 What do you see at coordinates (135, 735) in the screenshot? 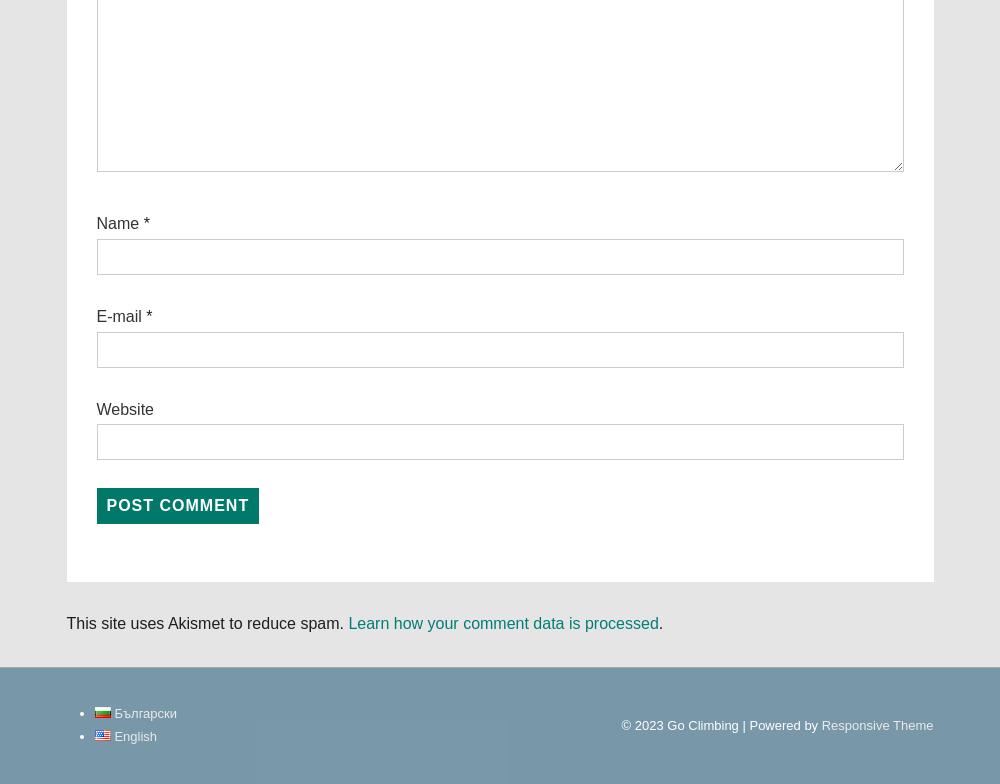
I see `'English'` at bounding box center [135, 735].